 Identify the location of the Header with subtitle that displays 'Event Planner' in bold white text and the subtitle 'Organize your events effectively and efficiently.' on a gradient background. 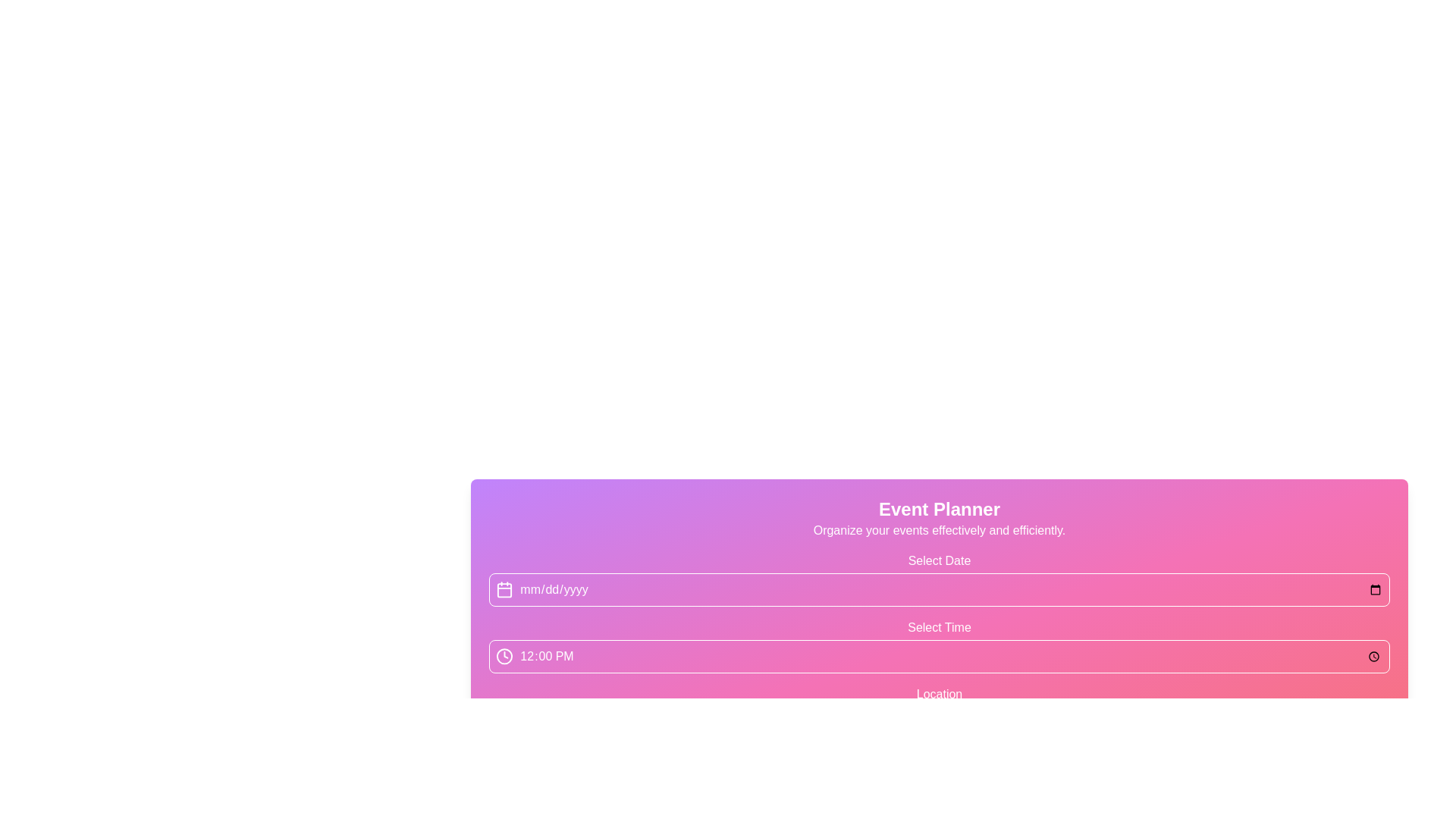
(938, 517).